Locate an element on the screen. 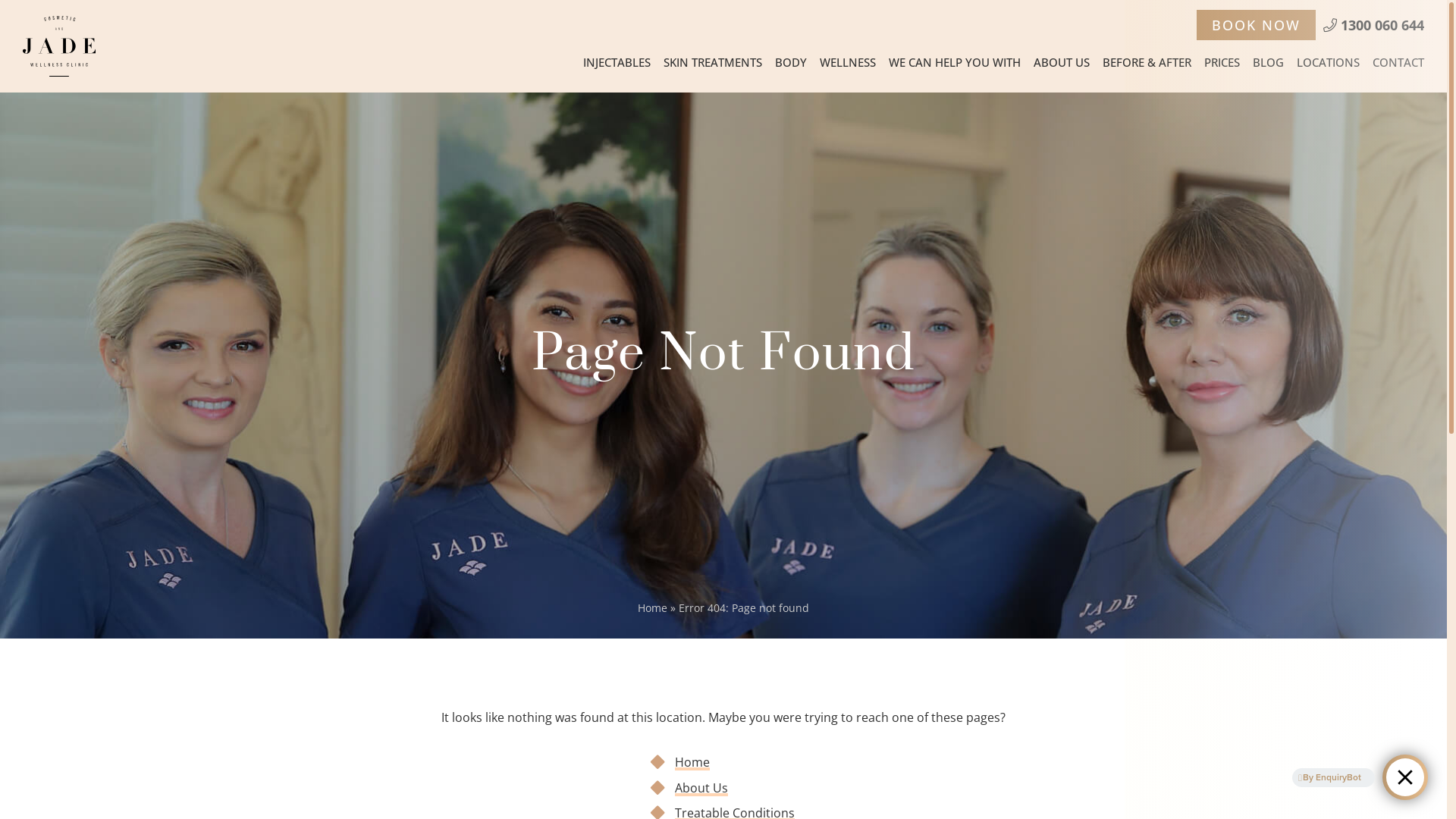 This screenshot has height=819, width=1456. 'WELLNESS' is located at coordinates (818, 61).